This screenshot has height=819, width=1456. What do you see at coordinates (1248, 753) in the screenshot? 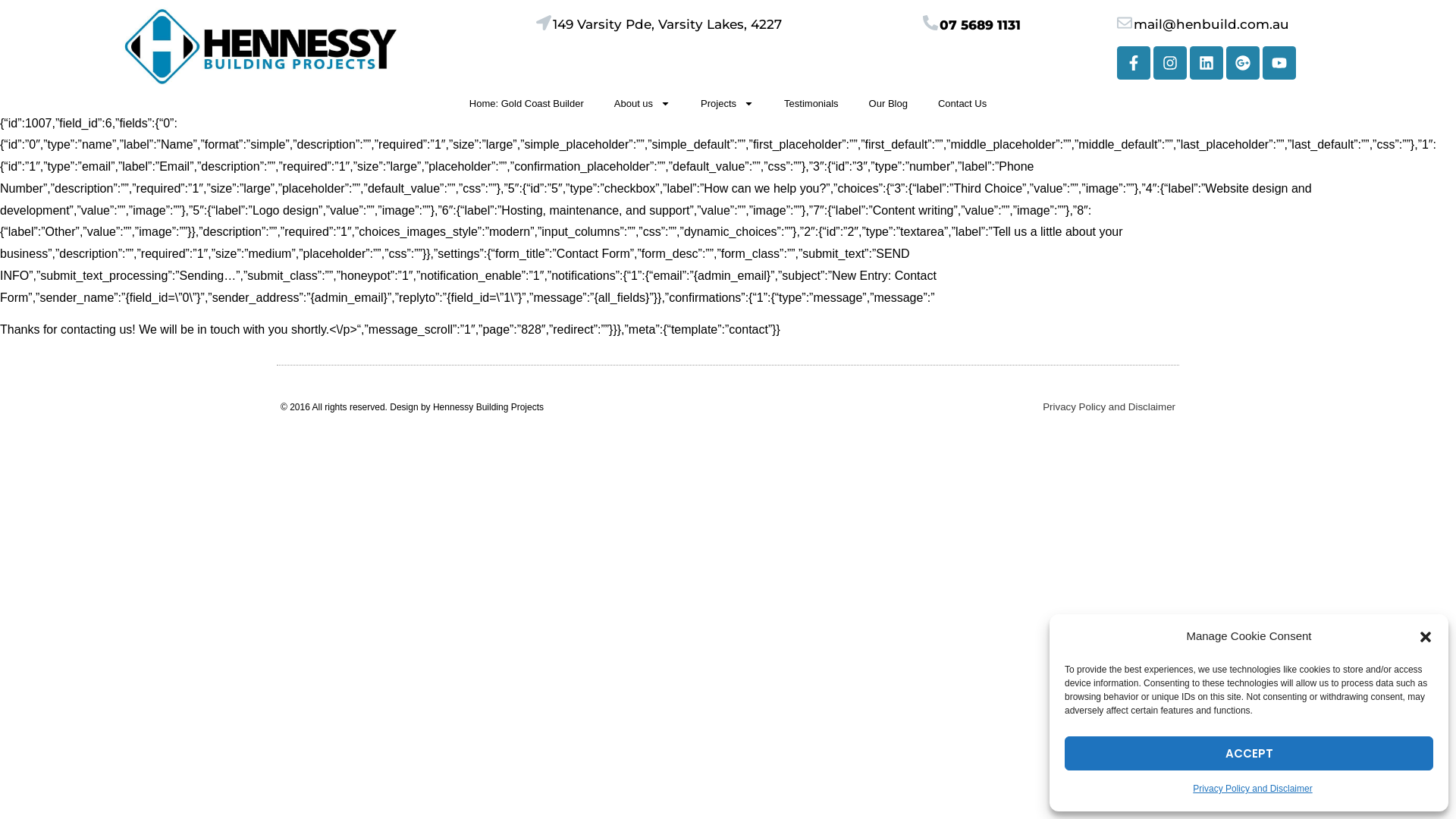
I see `'ACCEPT'` at bounding box center [1248, 753].